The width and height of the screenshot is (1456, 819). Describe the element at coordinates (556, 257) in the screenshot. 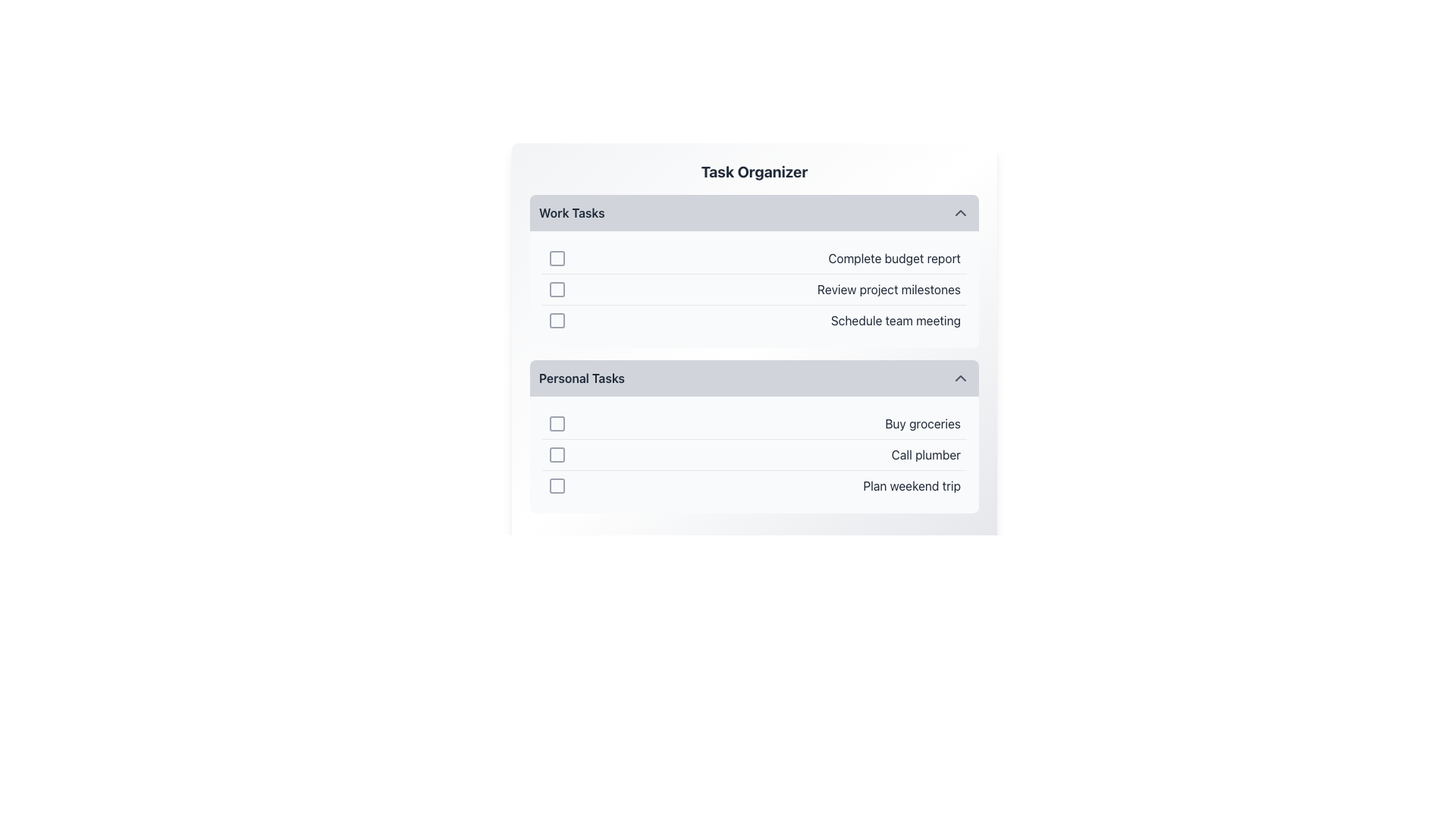

I see `the first checkbox` at that location.